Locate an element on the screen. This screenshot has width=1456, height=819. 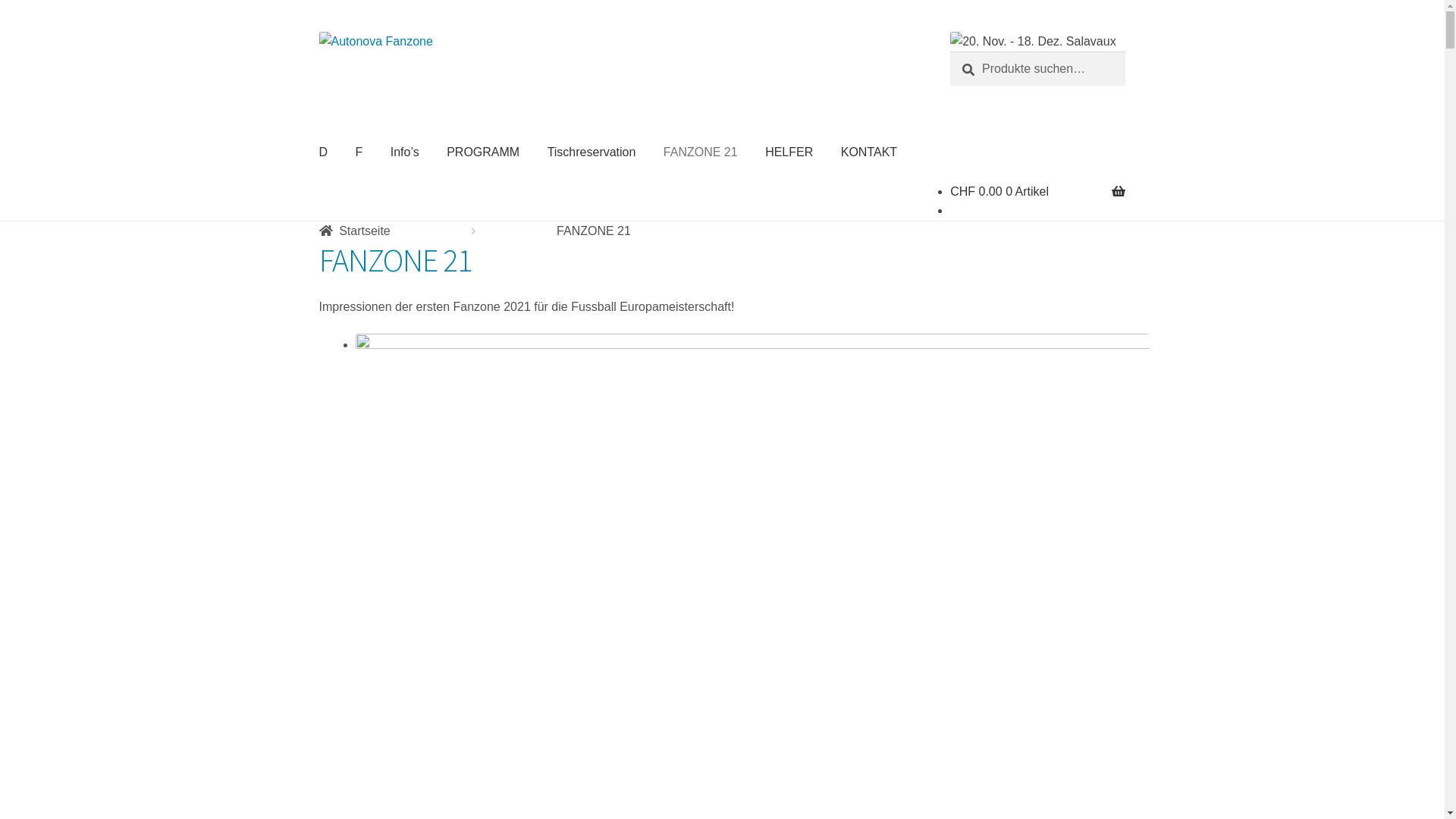
'Suche' is located at coordinates (949, 50).